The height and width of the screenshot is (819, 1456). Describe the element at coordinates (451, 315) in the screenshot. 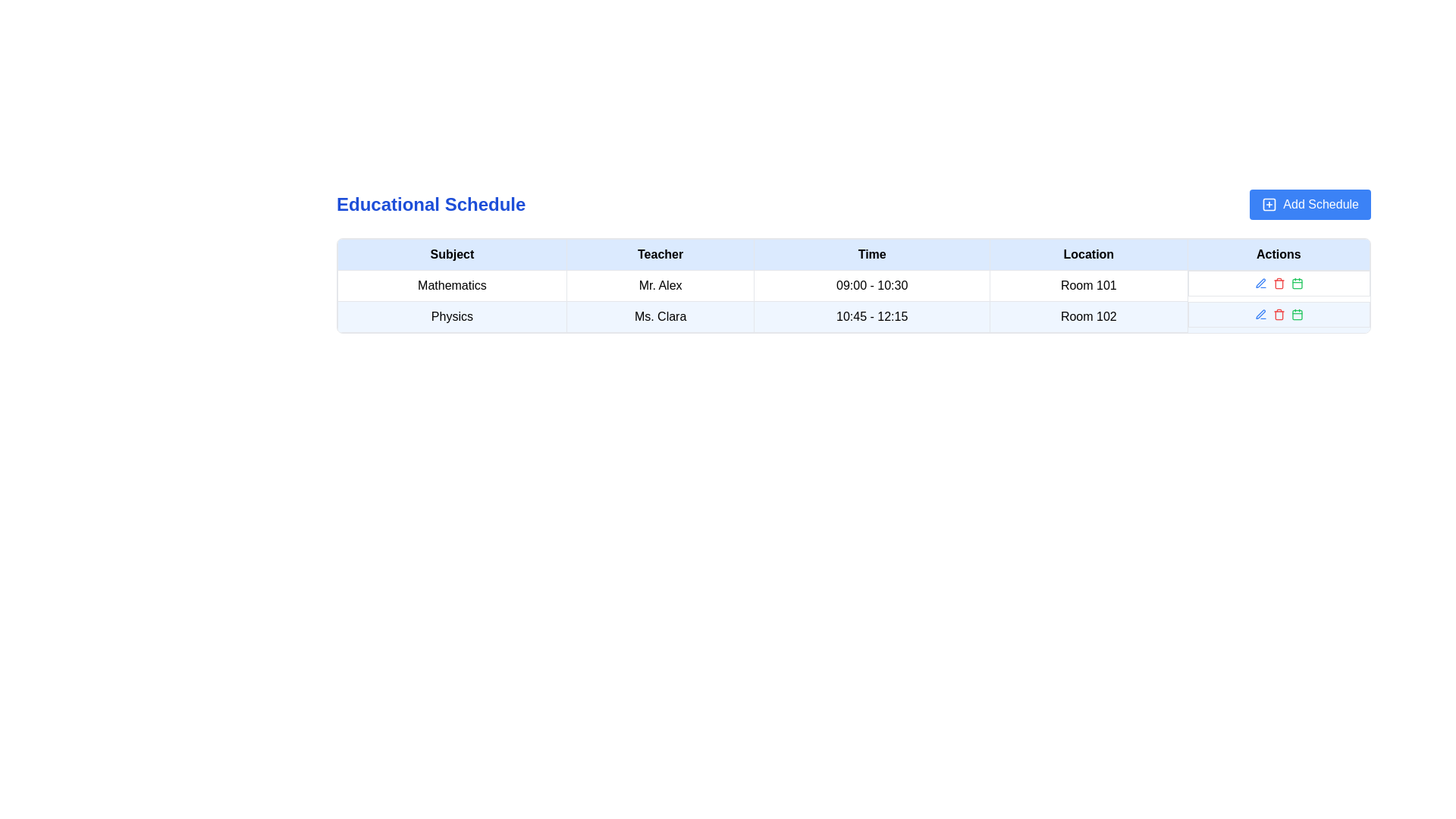

I see `text from the 'Physics' label located in the second row of the table under the 'Subject' column` at that location.